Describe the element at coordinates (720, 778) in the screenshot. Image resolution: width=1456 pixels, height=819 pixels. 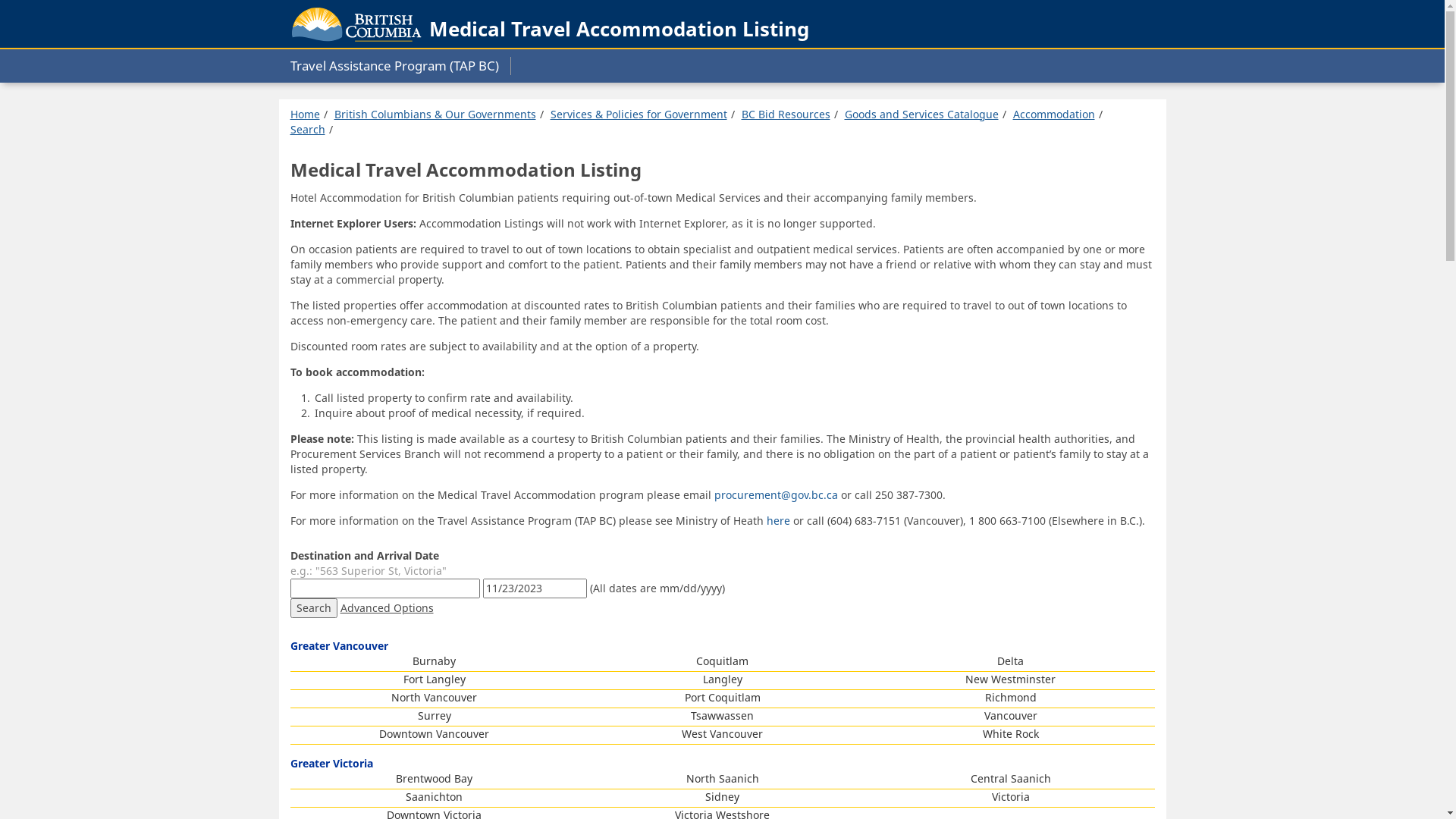
I see `'North Saanich'` at that location.